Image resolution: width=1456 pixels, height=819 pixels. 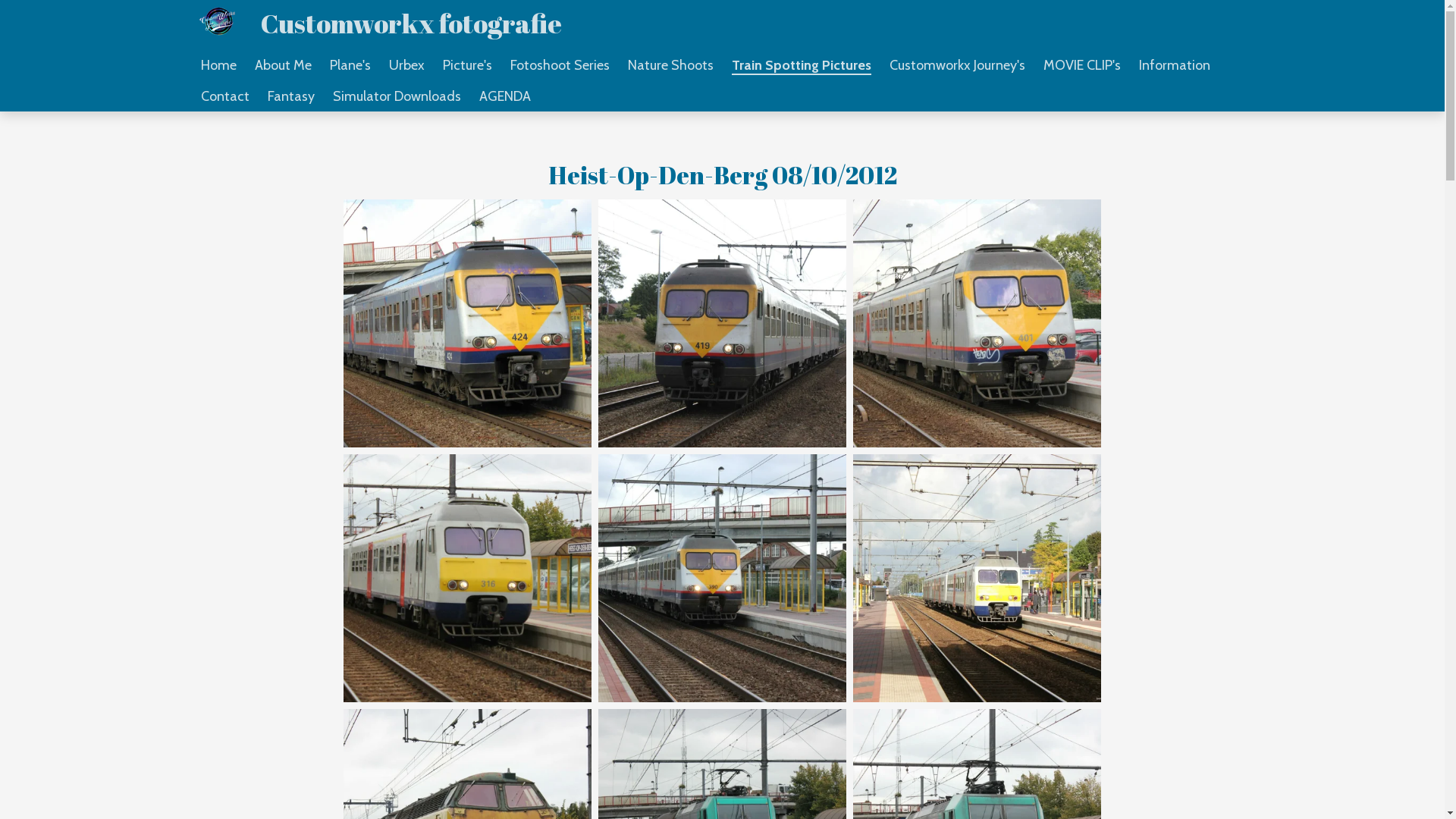 I want to click on 'Nature Shoots', so click(x=670, y=64).